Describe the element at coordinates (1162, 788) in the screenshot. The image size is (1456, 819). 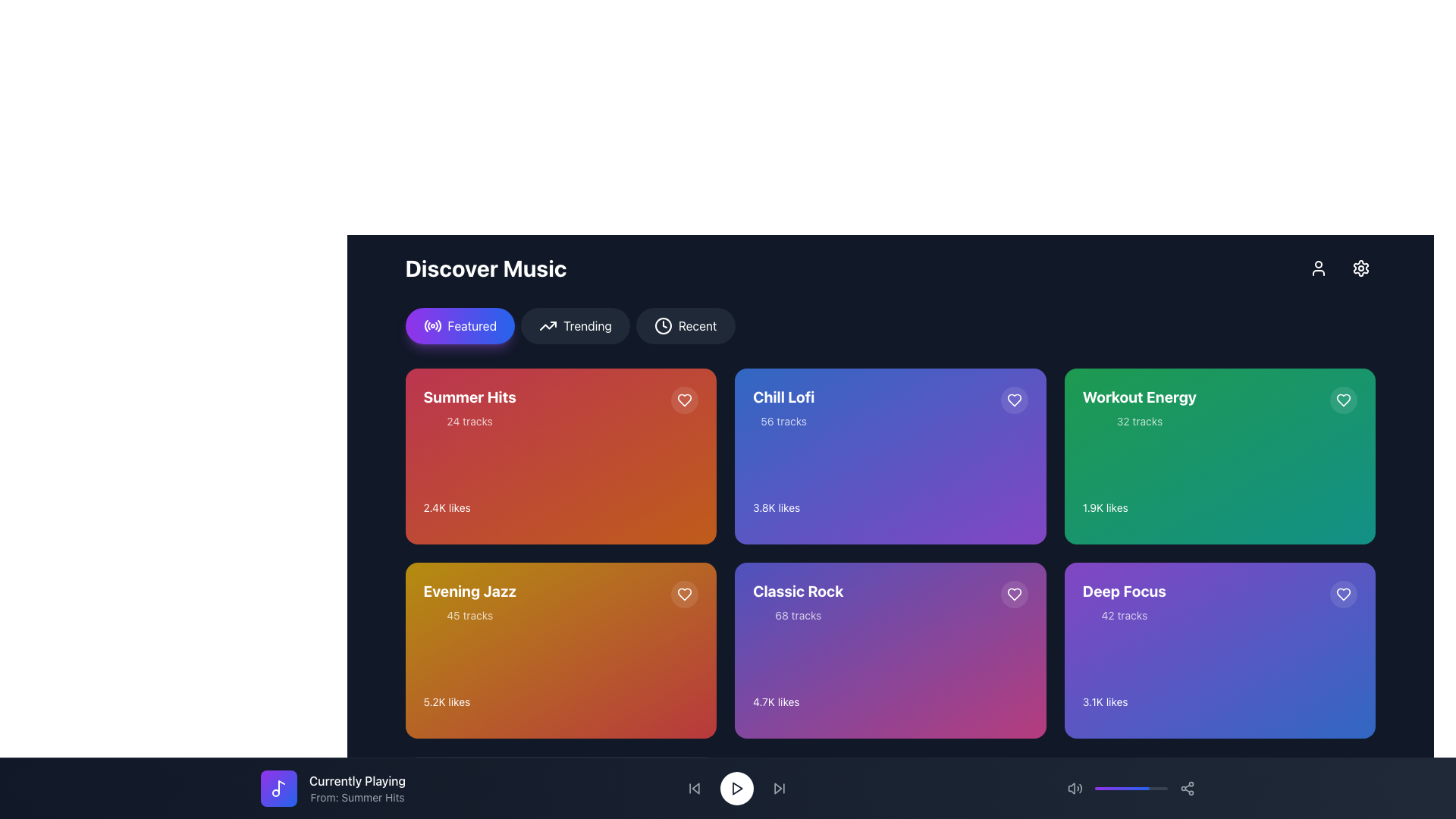
I see `volume level` at that location.